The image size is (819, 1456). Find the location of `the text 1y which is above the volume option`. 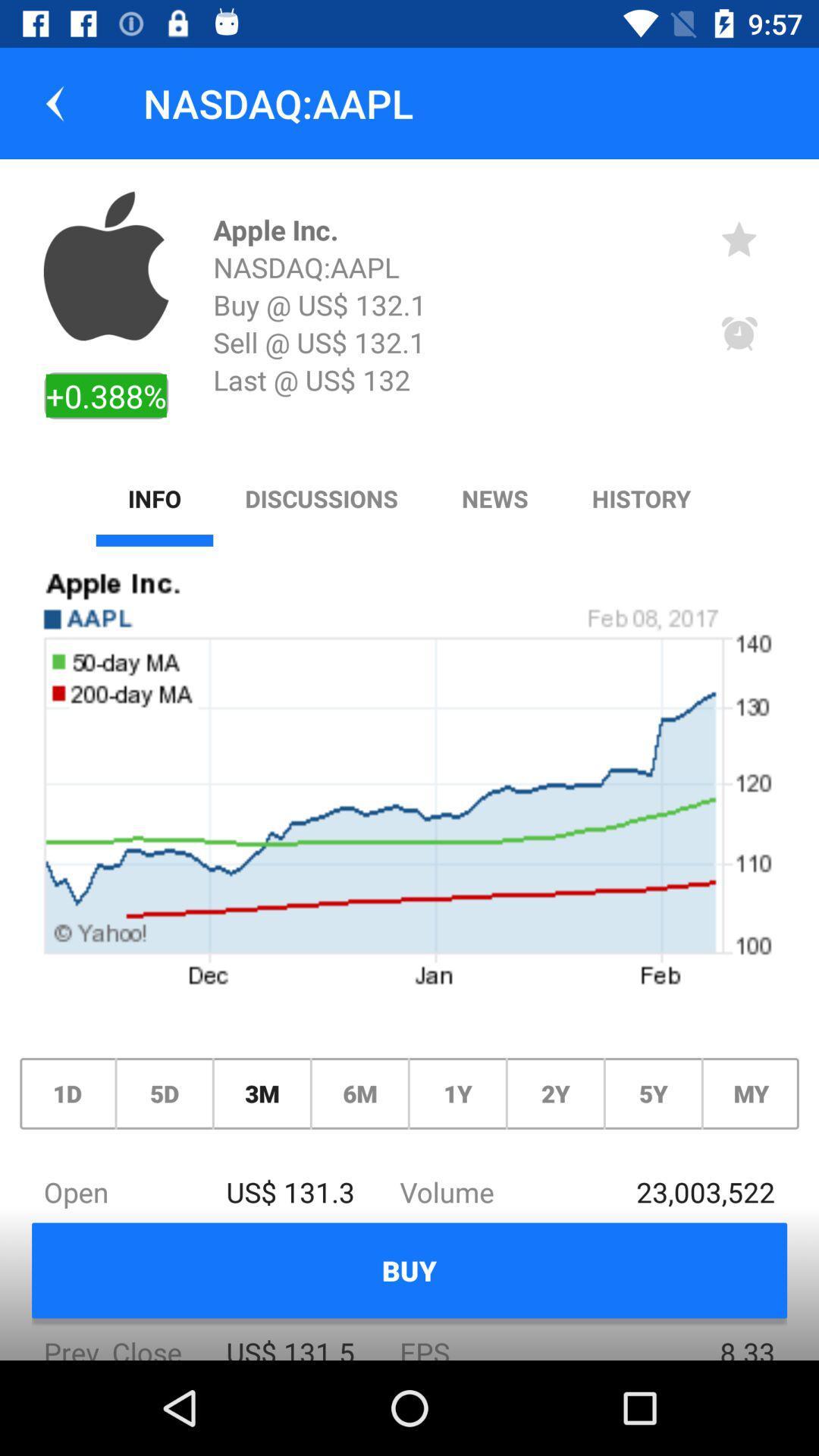

the text 1y which is above the volume option is located at coordinates (457, 1094).